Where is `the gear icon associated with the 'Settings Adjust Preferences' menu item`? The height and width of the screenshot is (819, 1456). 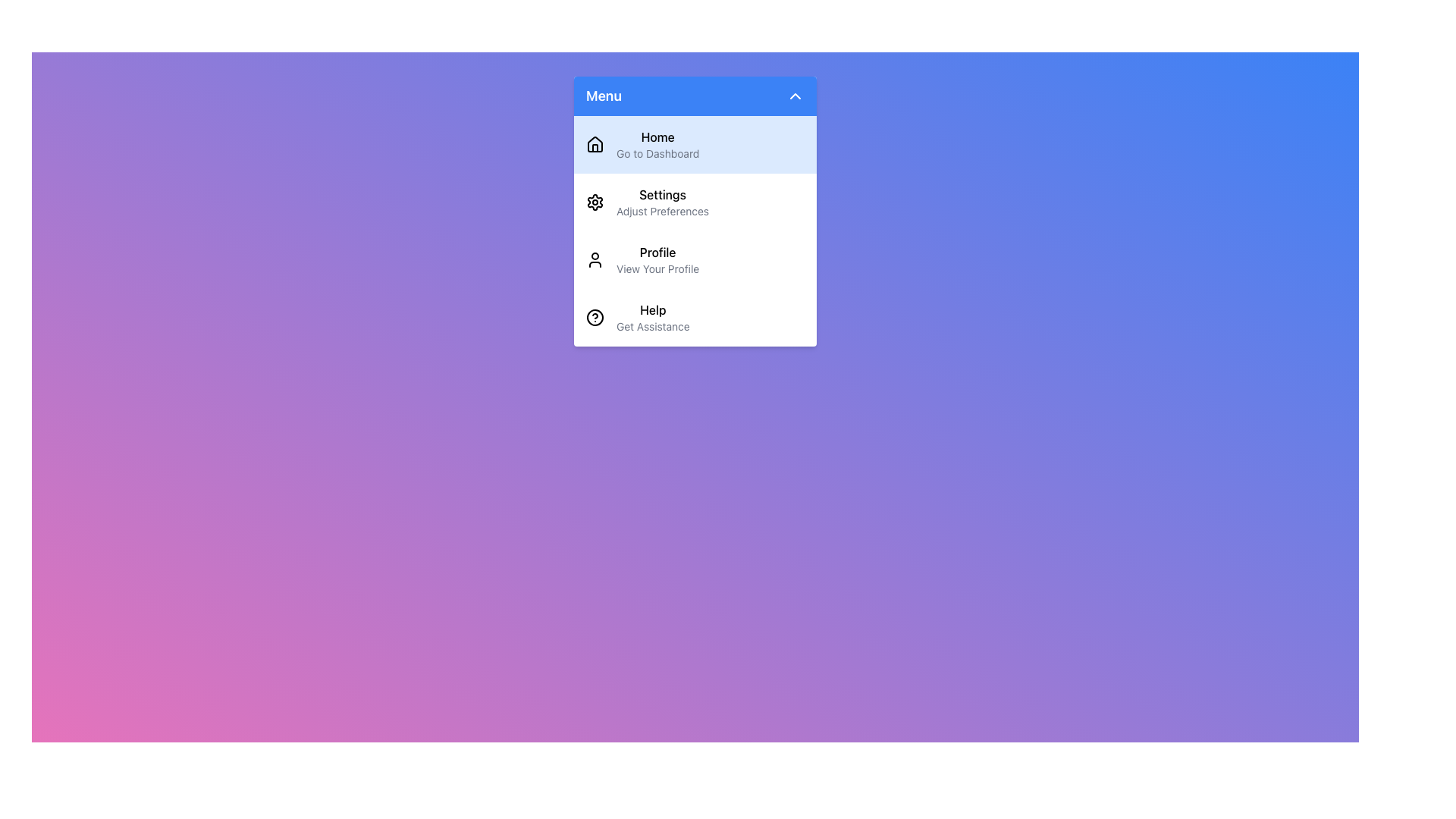 the gear icon associated with the 'Settings Adjust Preferences' menu item is located at coordinates (595, 201).